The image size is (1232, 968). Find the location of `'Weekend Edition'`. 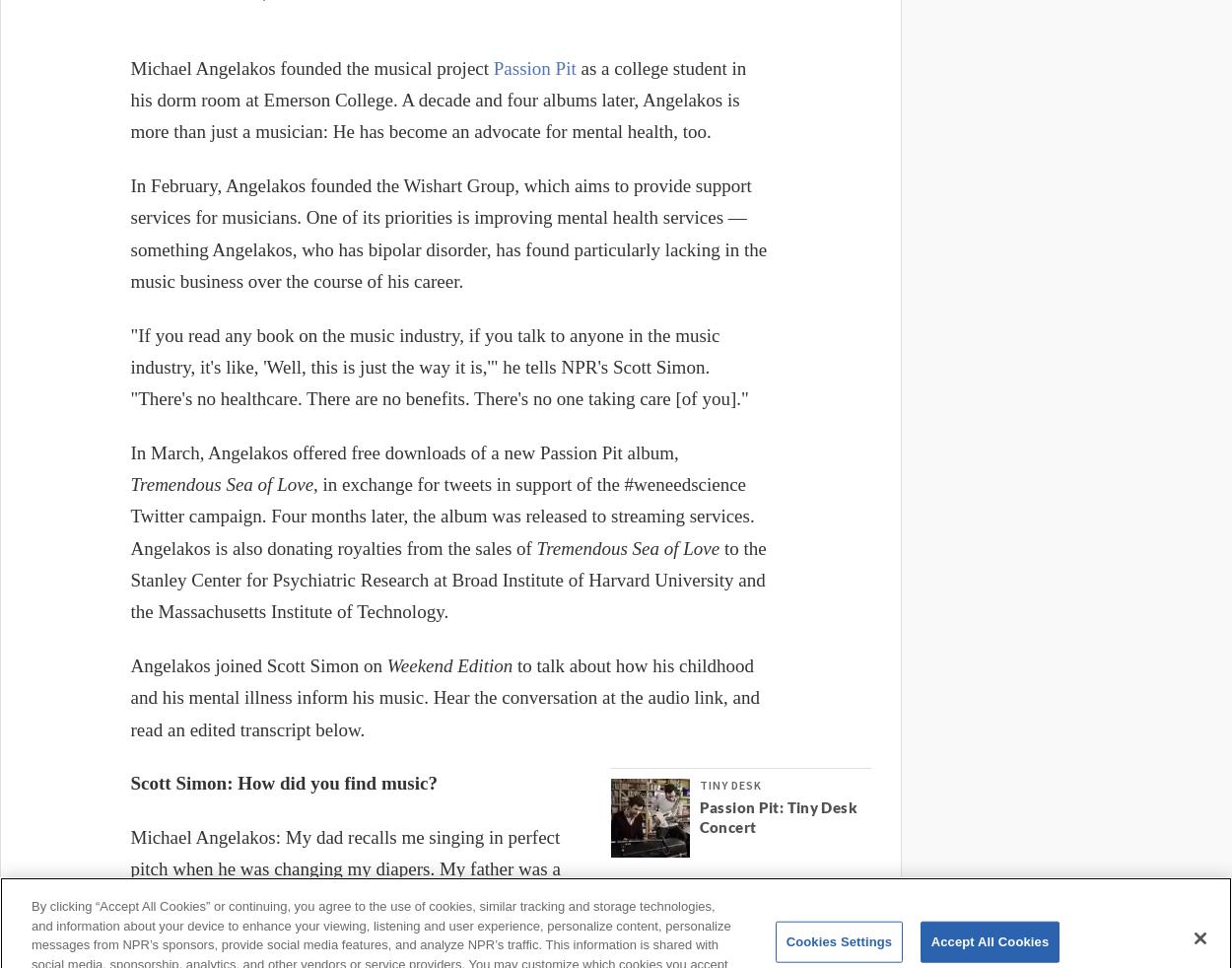

'Weekend Edition' is located at coordinates (450, 663).